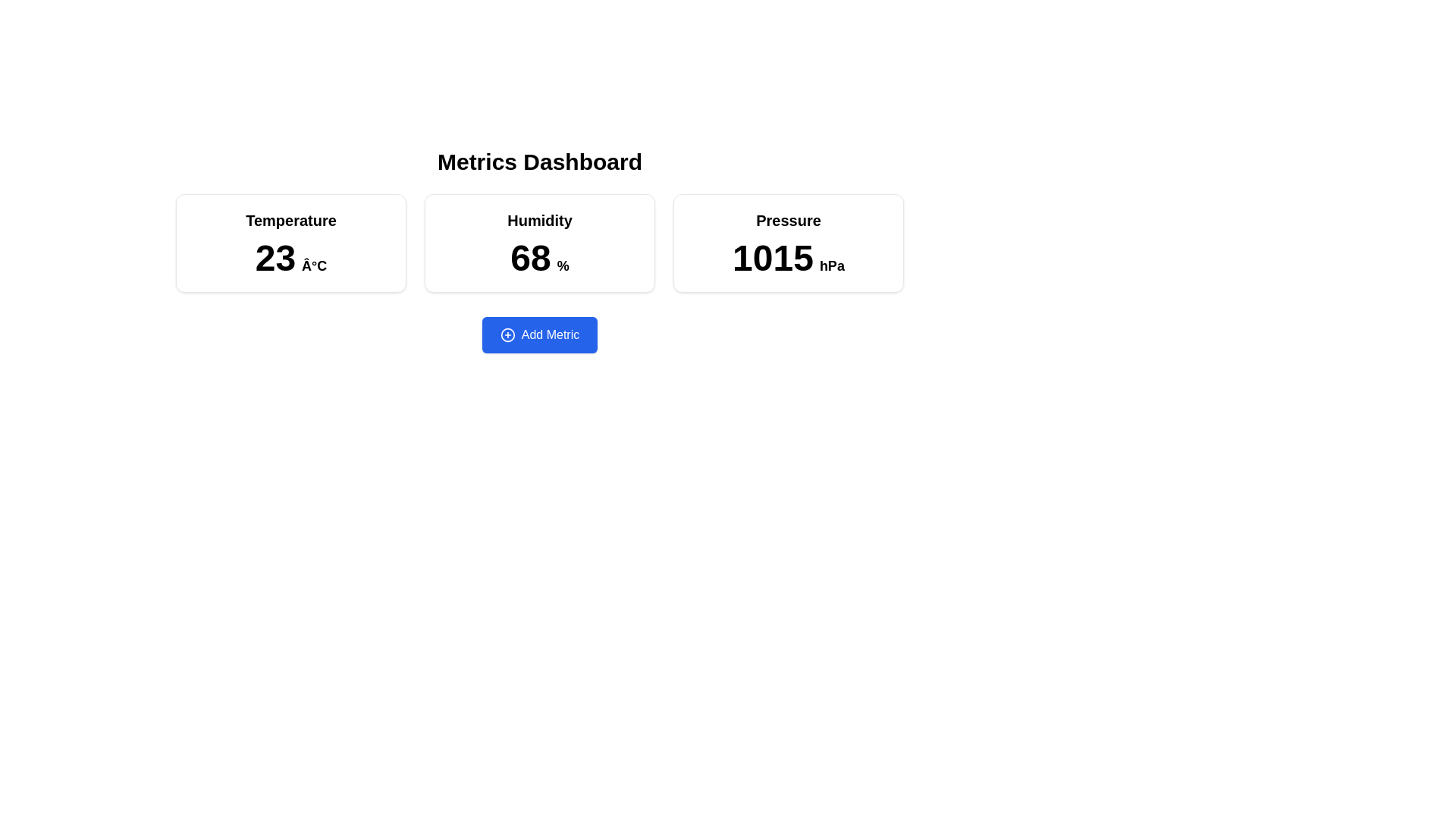  I want to click on the leftmost informational card displaying the current temperature in the grid layout, so click(291, 242).